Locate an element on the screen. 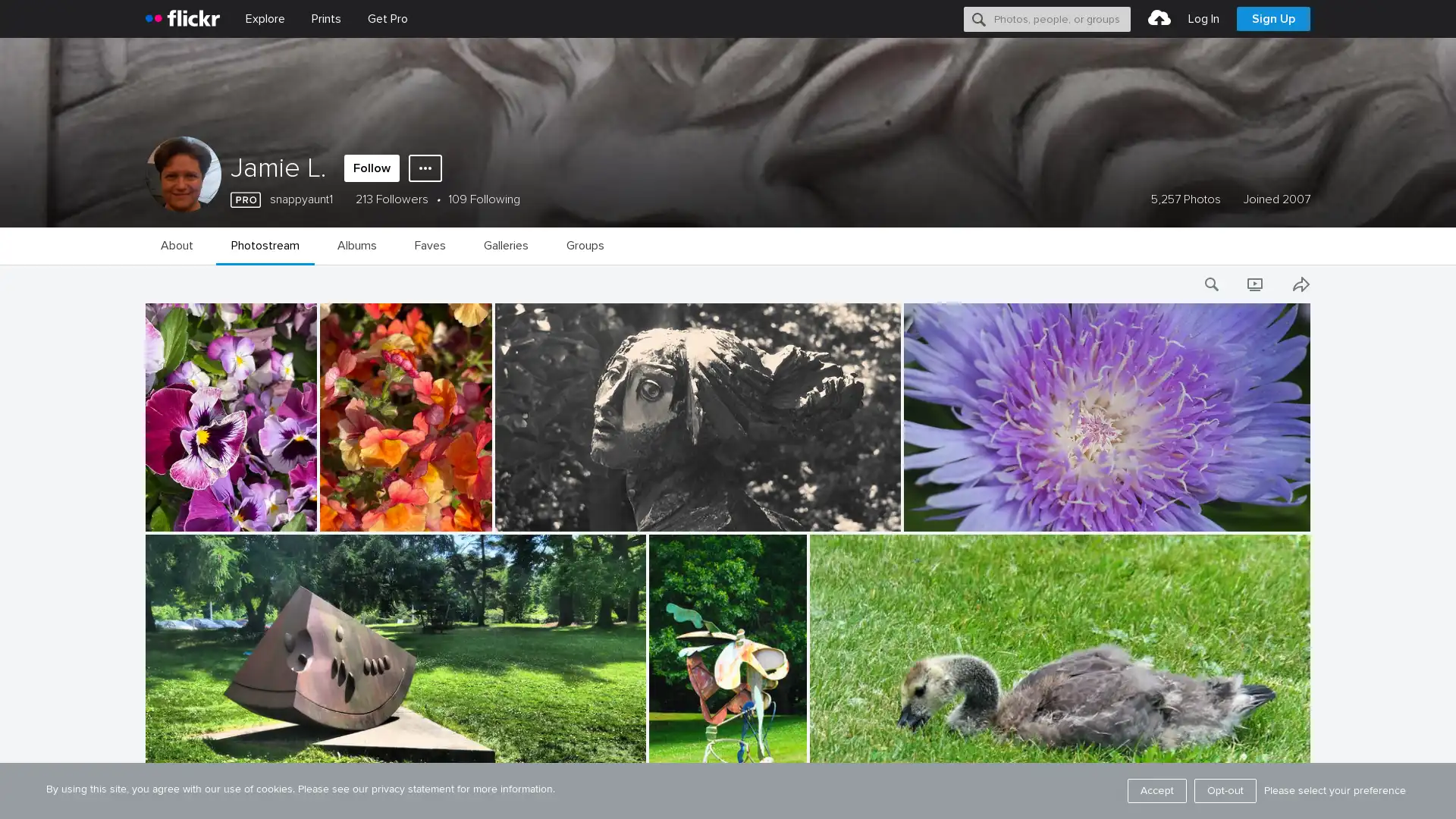 Image resolution: width=1456 pixels, height=819 pixels. Add to Favorites is located at coordinates (863, 517).